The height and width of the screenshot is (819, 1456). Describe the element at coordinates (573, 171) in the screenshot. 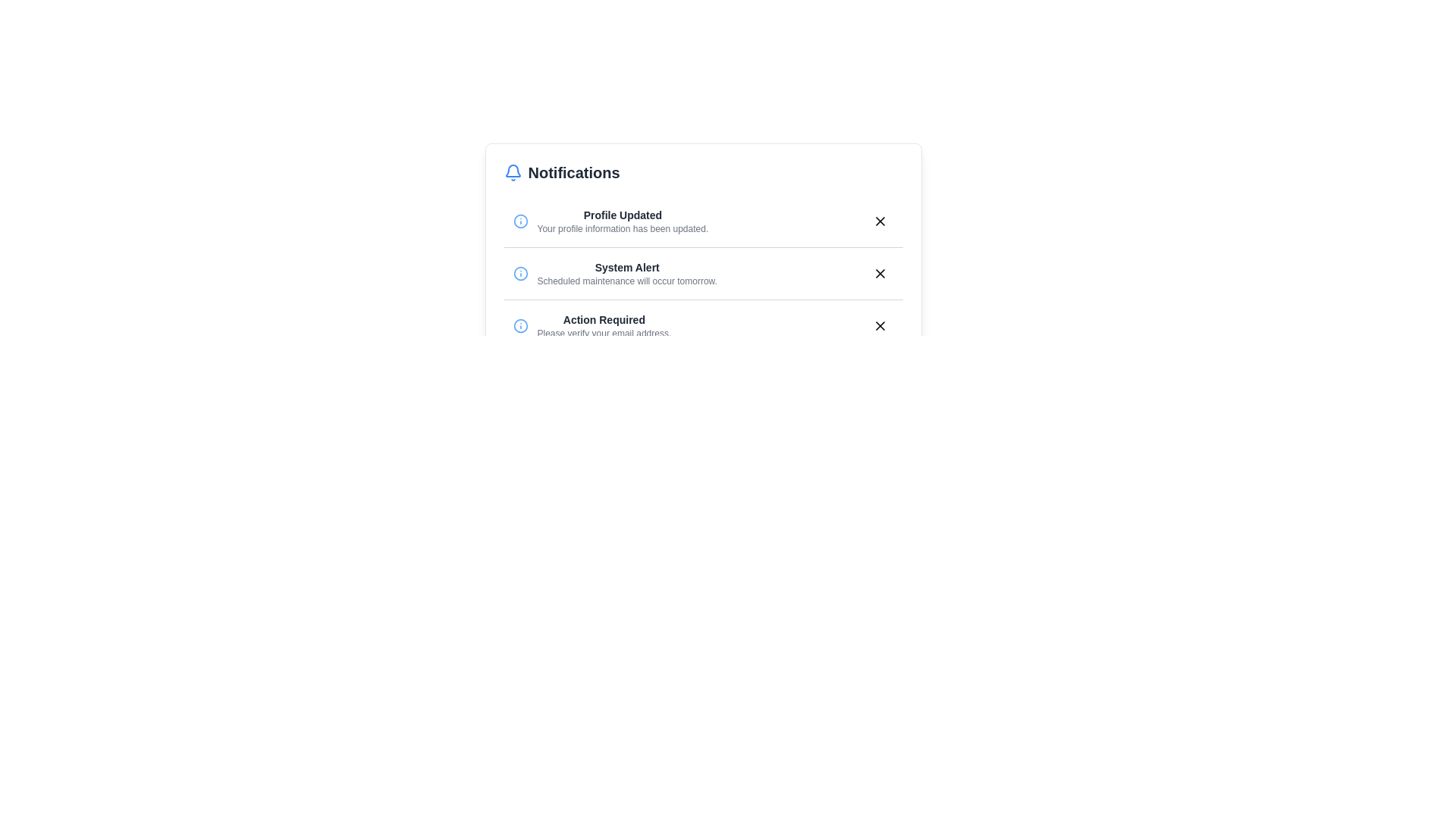

I see `the 'Notifications' text label, which is displayed in bold, dark-colored font and located in the top-left portion of the notification panel adjacent to a bell icon` at that location.